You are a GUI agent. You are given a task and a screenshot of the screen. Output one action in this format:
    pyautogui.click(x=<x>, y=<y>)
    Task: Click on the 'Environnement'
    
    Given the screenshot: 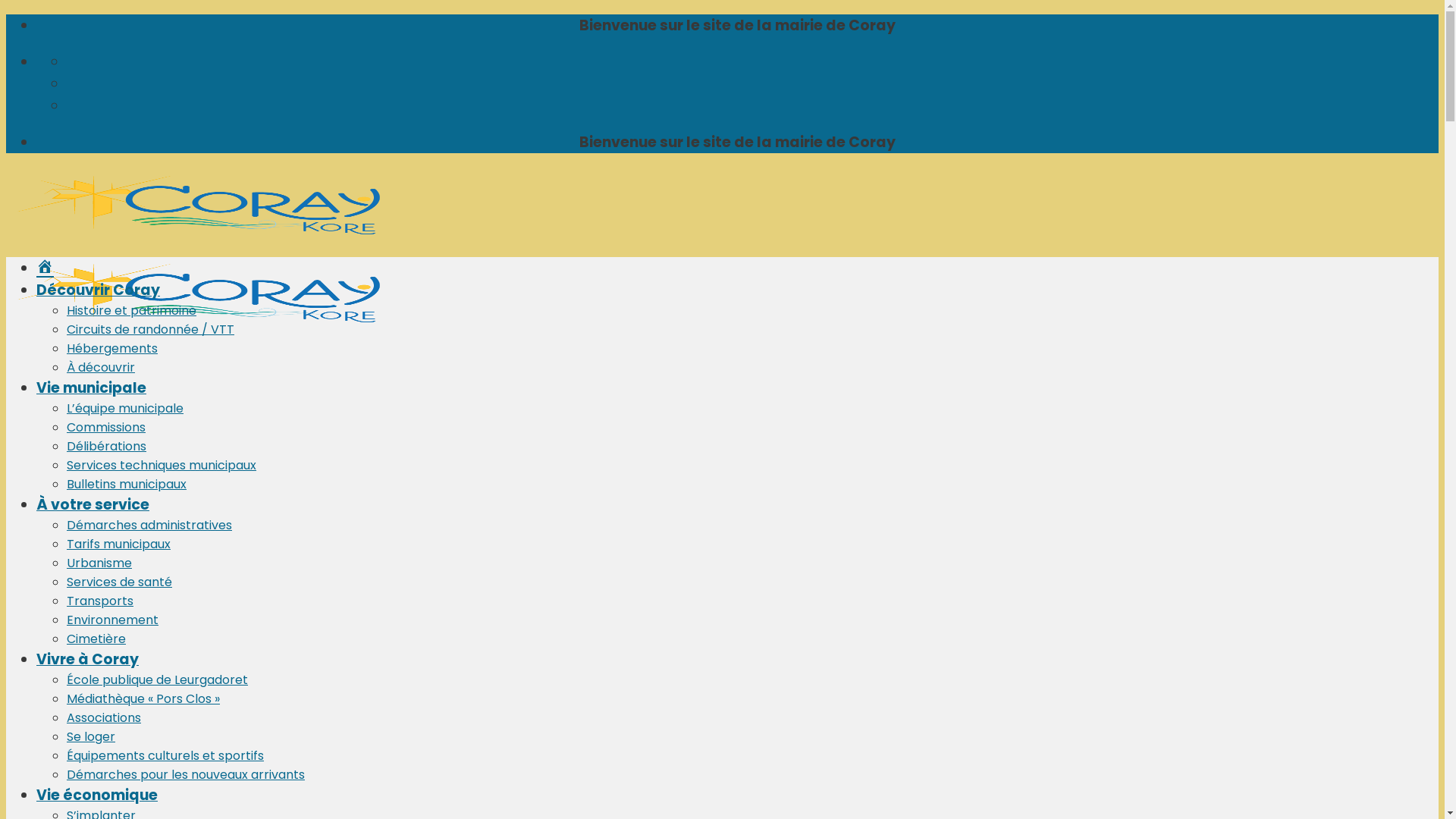 What is the action you would take?
    pyautogui.click(x=111, y=620)
    